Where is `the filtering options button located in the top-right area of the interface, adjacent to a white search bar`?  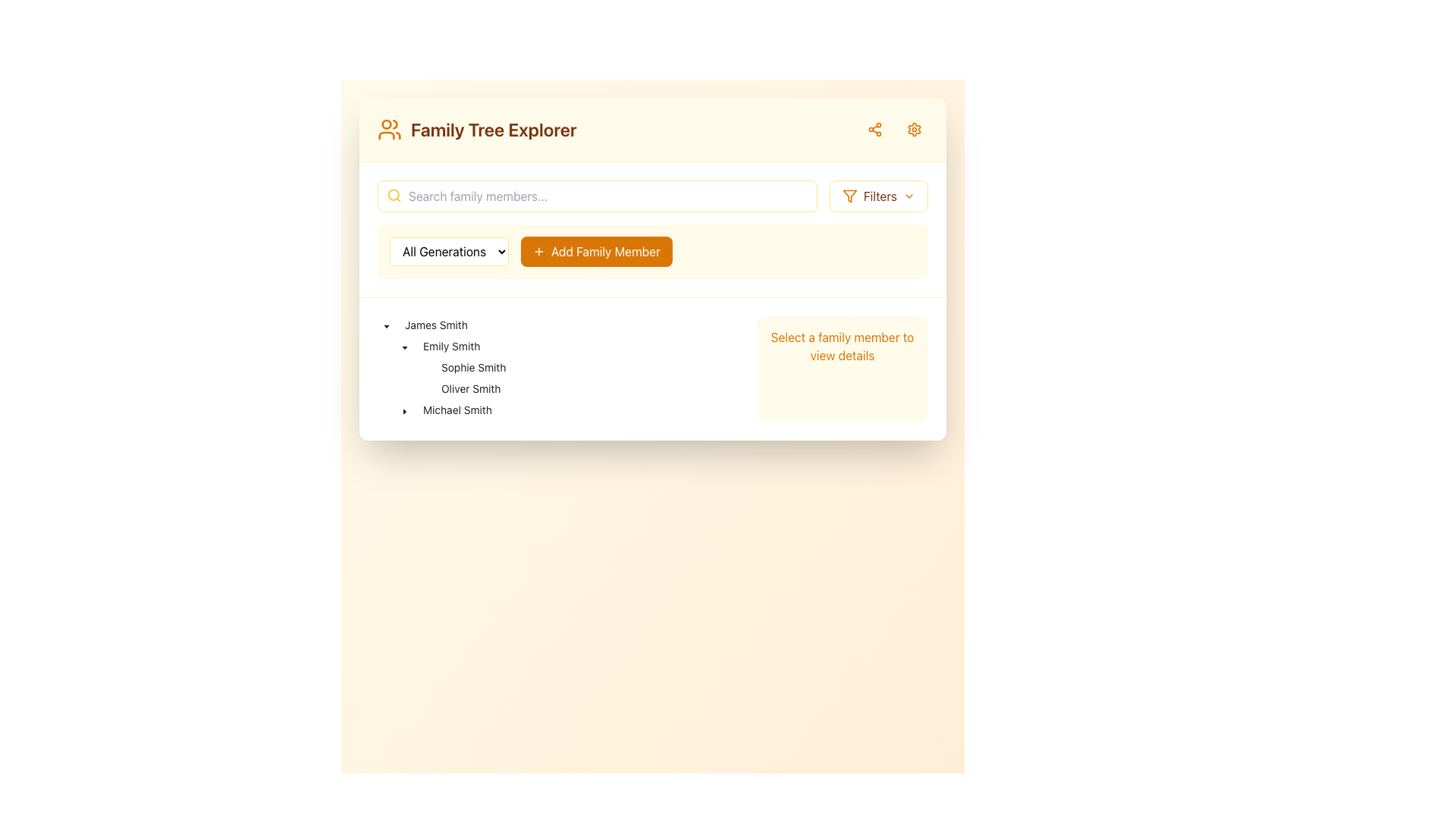
the filtering options button located in the top-right area of the interface, adjacent to a white search bar is located at coordinates (878, 195).